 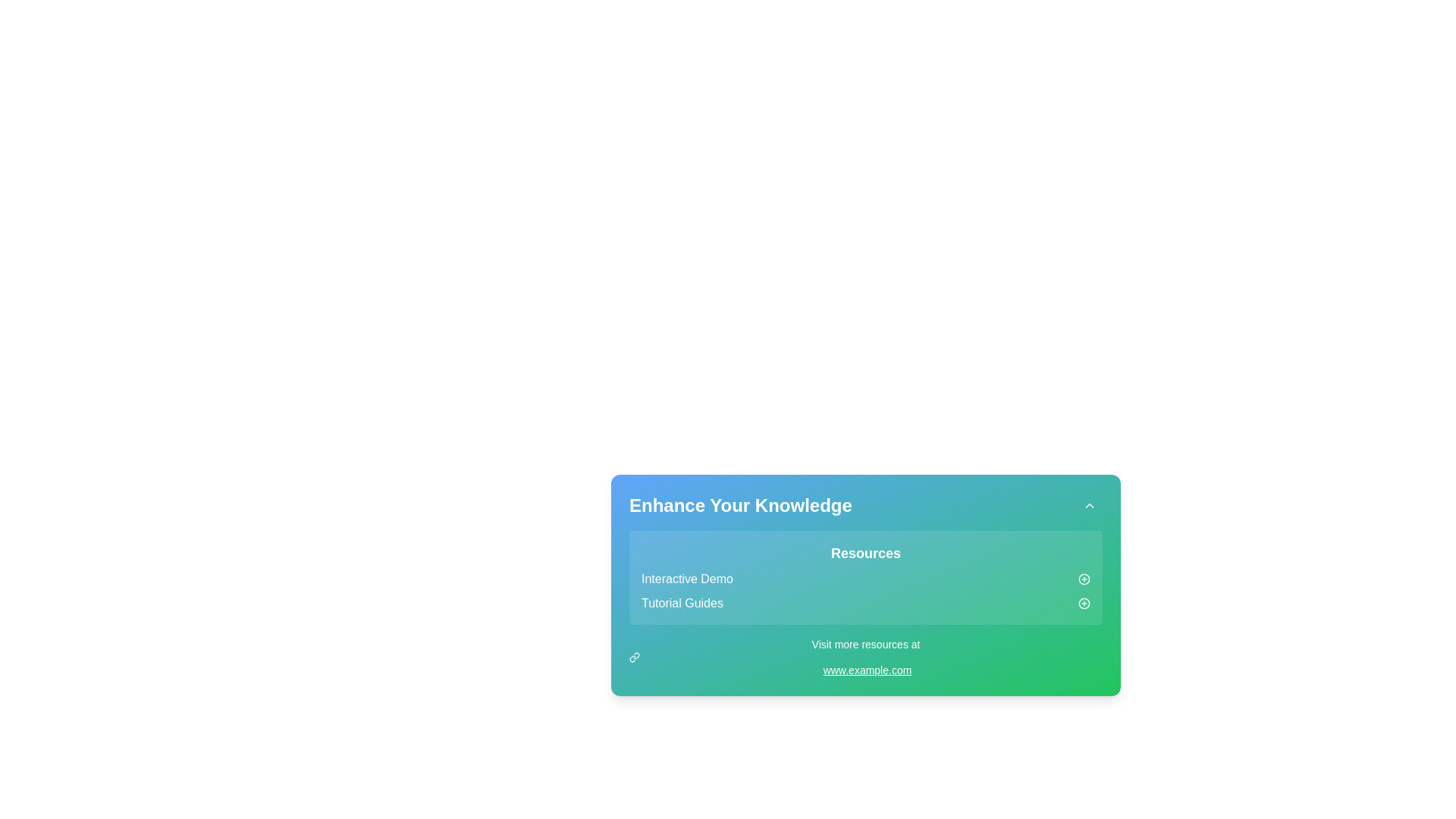 What do you see at coordinates (1088, 506) in the screenshot?
I see `the button located at the top-right corner inside the card component titled 'Enhance Your Knowledge'` at bounding box center [1088, 506].